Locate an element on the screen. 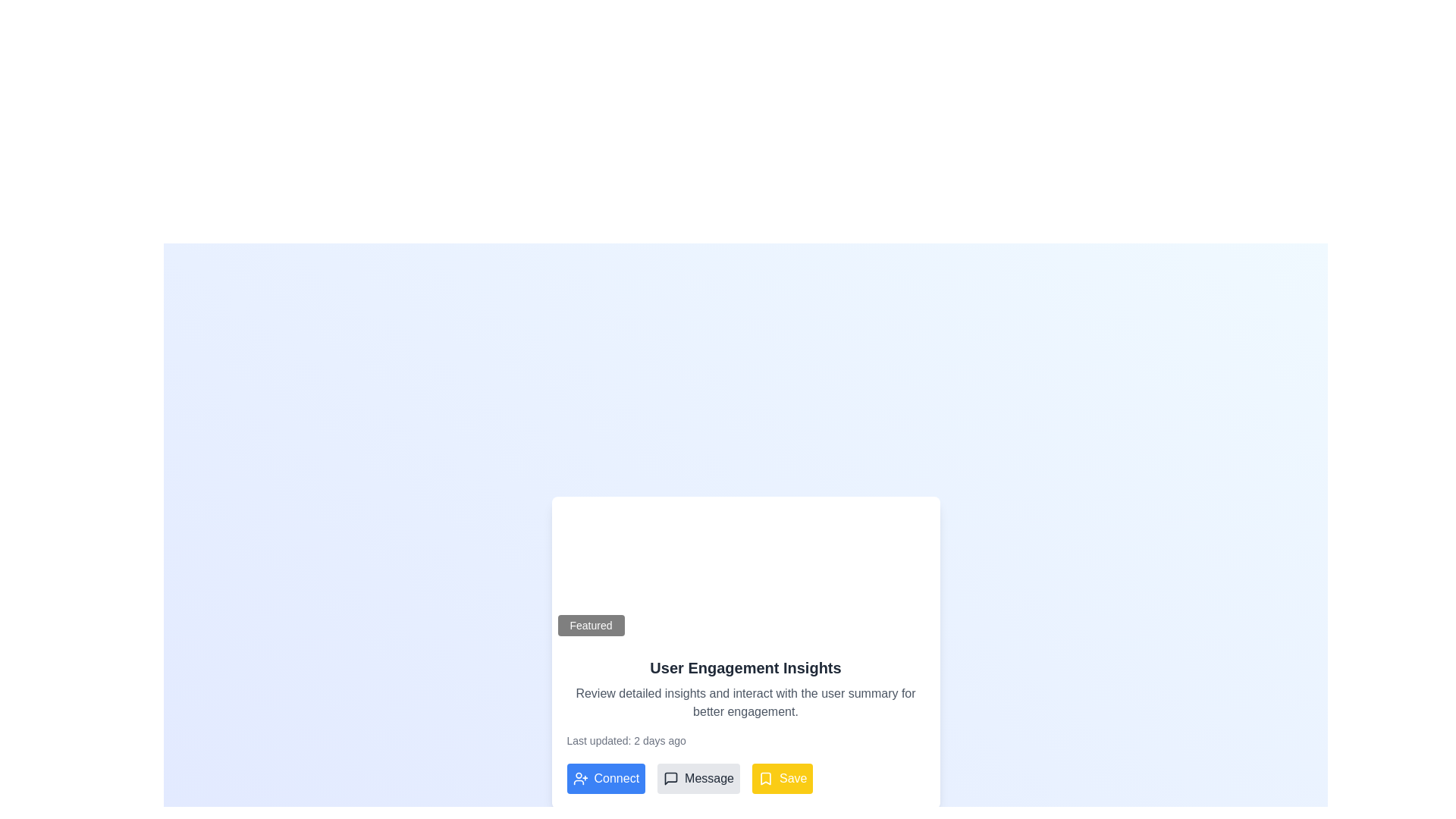 The width and height of the screenshot is (1456, 819). the stylized bookmark icon within the 'Save' button at the bottom right of the 'User Engagement Insights' card is located at coordinates (765, 778).